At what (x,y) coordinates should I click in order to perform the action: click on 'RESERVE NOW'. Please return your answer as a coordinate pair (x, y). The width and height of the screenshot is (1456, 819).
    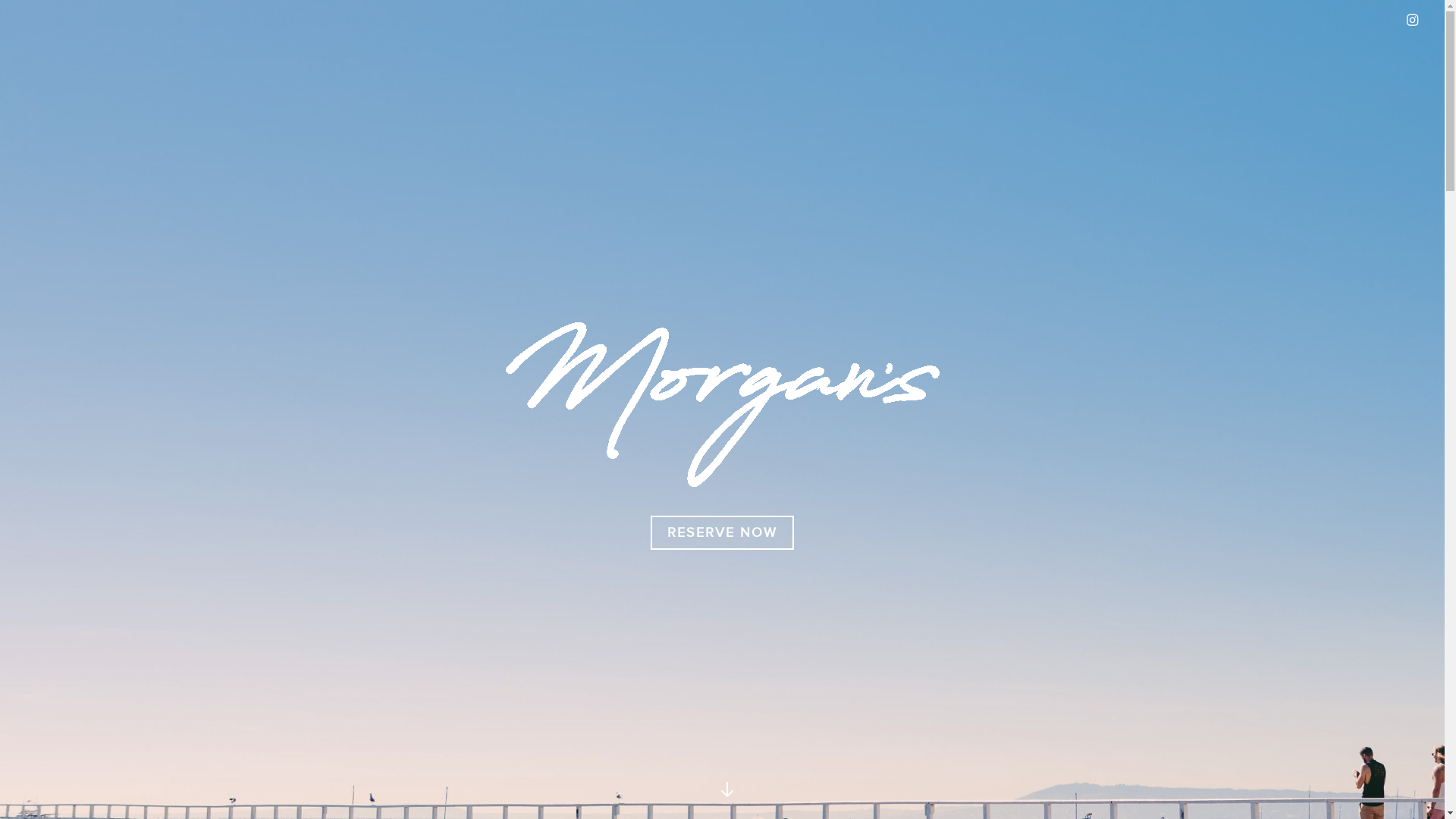
    Looking at the image, I should click on (651, 532).